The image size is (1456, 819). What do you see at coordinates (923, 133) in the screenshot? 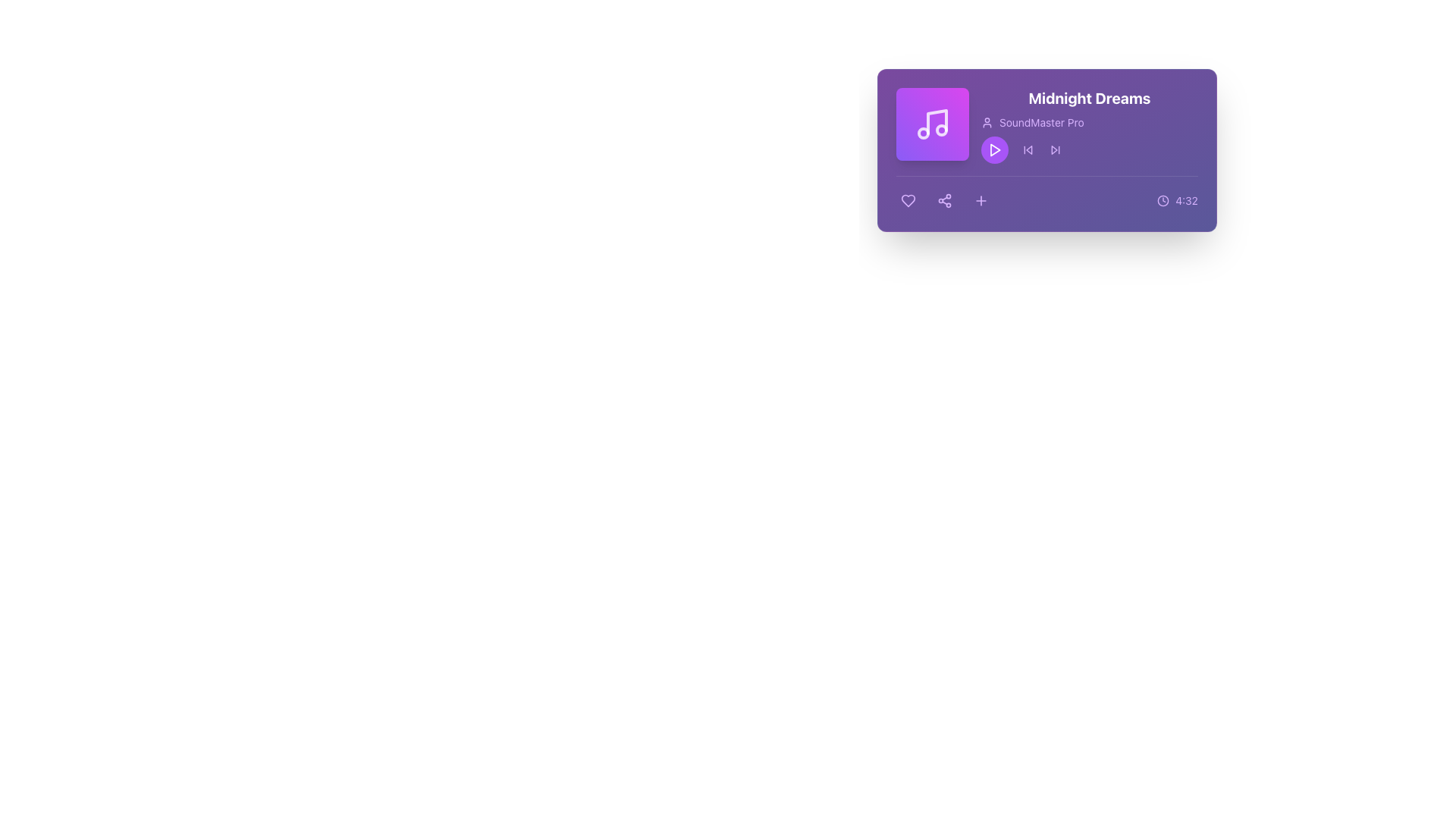
I see `the middle circle of the decorative SVG music note graphic located in the top-right section of the music player interface` at bounding box center [923, 133].